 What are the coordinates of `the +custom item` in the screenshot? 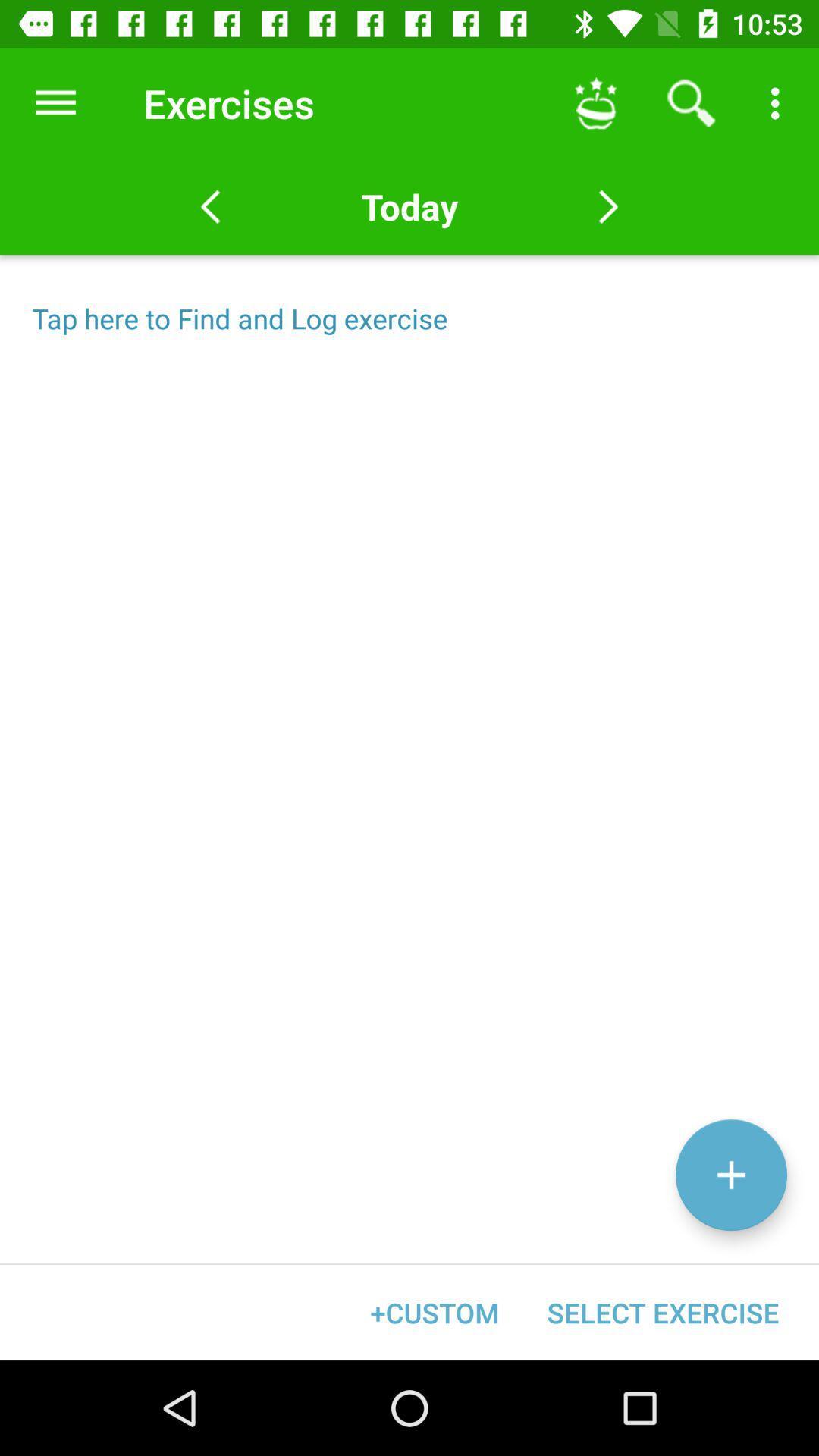 It's located at (435, 1312).